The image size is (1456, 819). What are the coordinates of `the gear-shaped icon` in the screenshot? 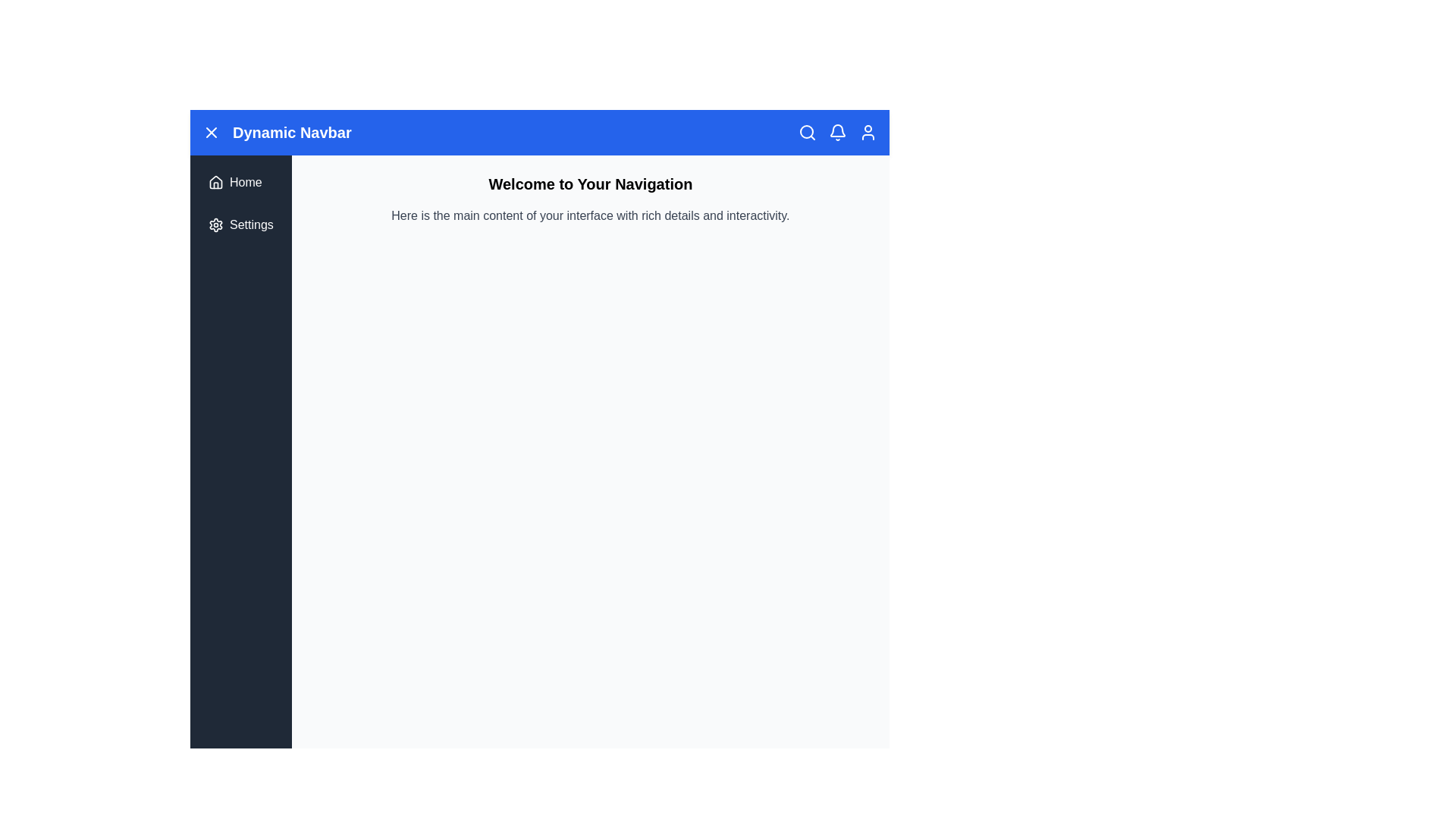 It's located at (215, 225).